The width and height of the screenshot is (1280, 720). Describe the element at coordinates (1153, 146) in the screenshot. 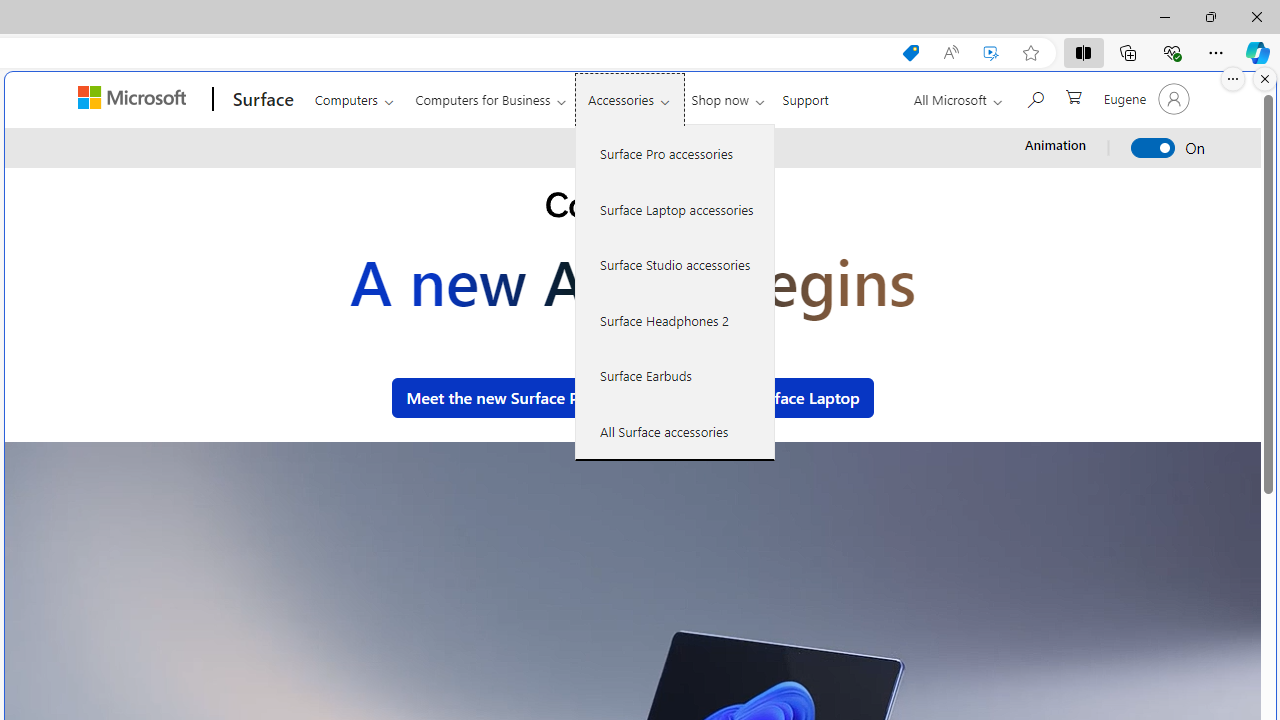

I see `'Animation On'` at that location.